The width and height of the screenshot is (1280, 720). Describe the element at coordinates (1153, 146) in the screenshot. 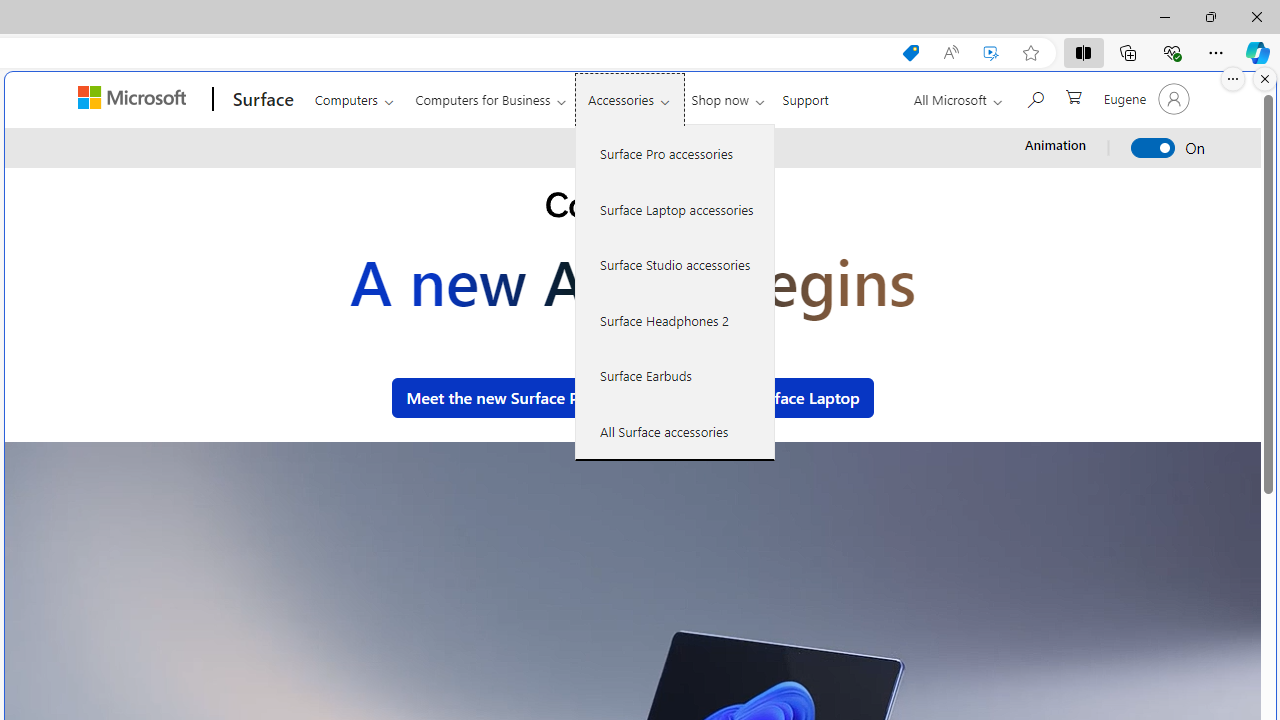

I see `'Animation On'` at that location.